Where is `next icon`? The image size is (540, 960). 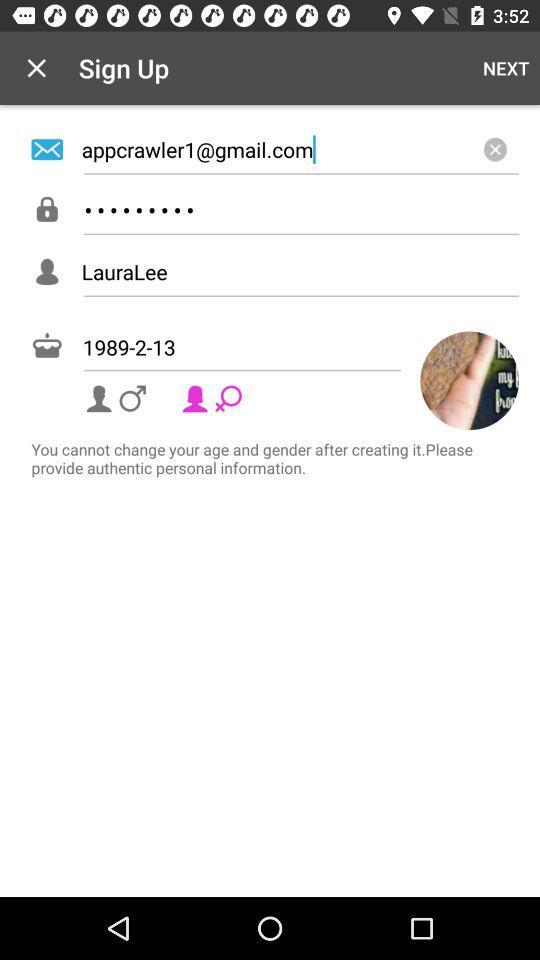
next icon is located at coordinates (505, 68).